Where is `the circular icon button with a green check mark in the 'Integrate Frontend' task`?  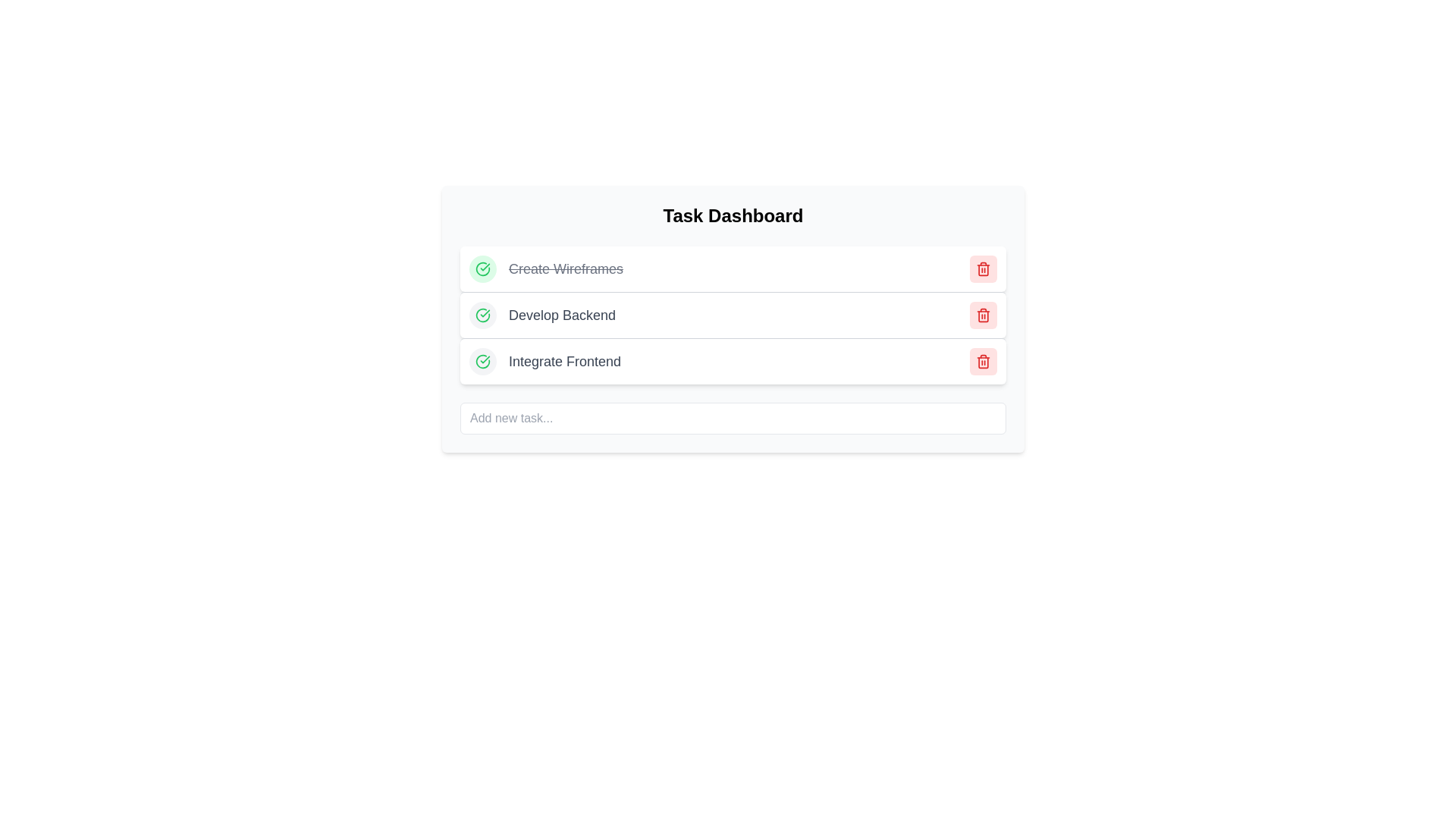 the circular icon button with a green check mark in the 'Integrate Frontend' task is located at coordinates (482, 362).